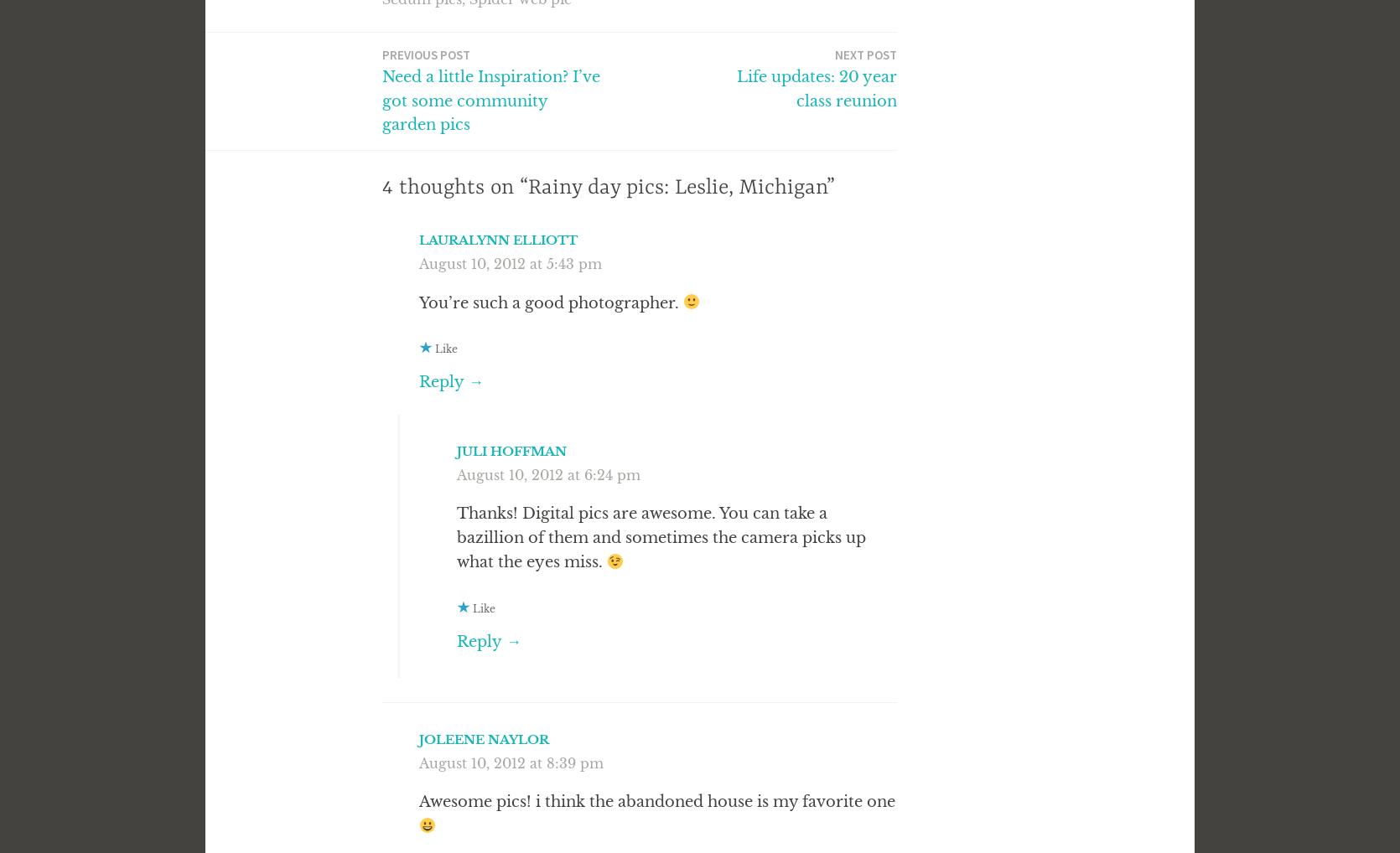 This screenshot has height=853, width=1400. What do you see at coordinates (511, 449) in the screenshot?
I see `'Juli Hoffman'` at bounding box center [511, 449].